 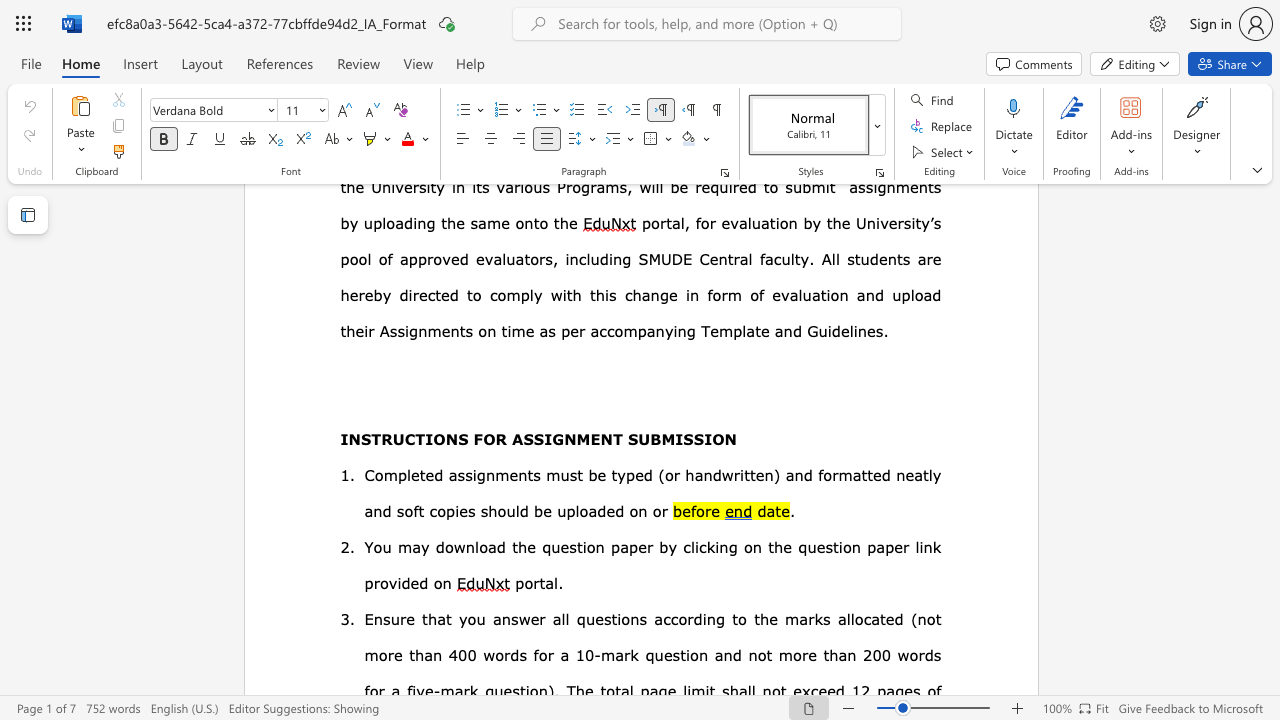 What do you see at coordinates (444, 437) in the screenshot?
I see `the subset text "NS FOR ASSIGNMENT SUBMISSIO" within the text "INSTRUCTIONS FOR ASSIGNMENT SUBMISSION"` at bounding box center [444, 437].